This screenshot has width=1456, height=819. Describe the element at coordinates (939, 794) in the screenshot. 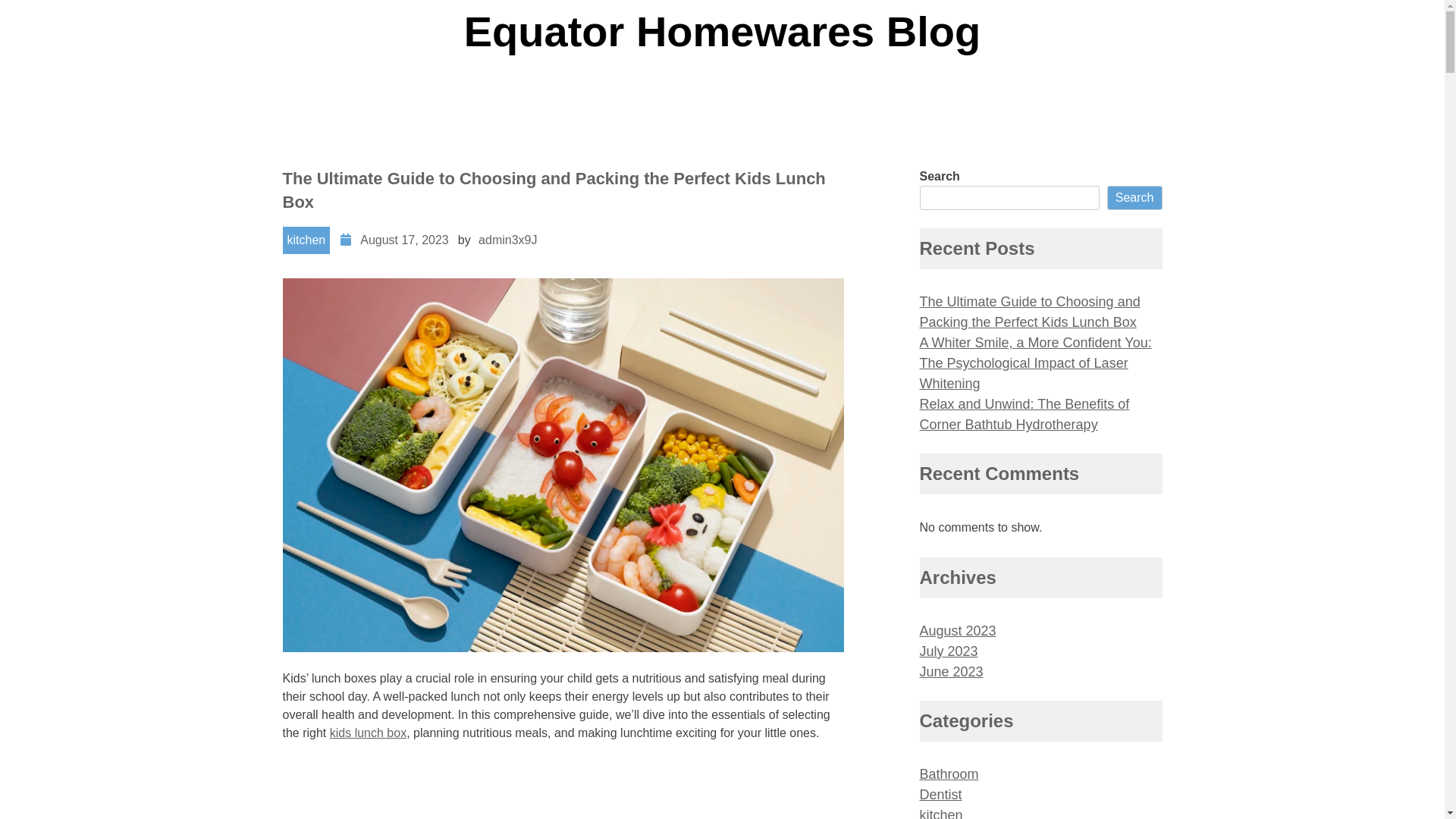

I see `'Dentist'` at that location.